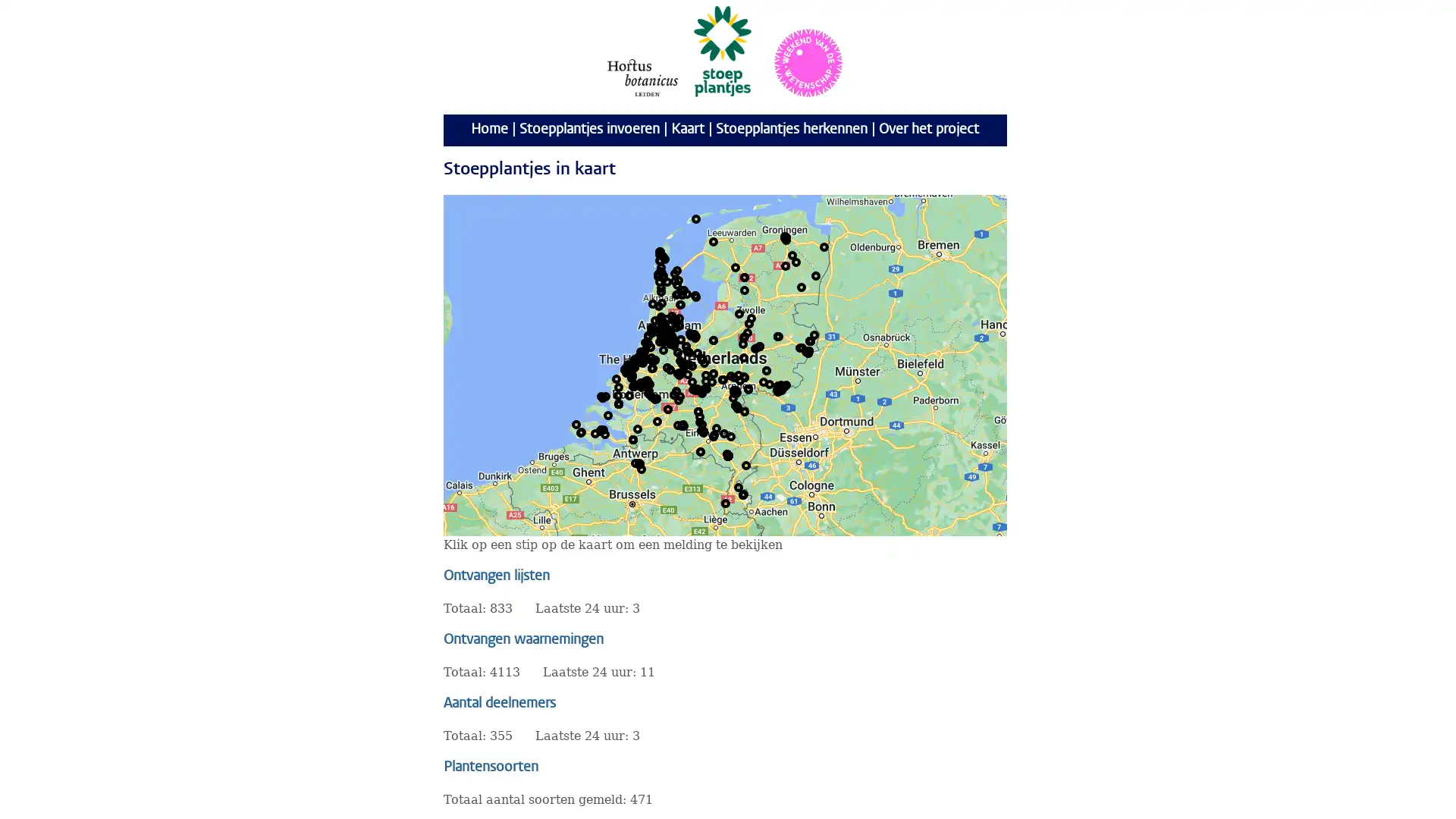  What do you see at coordinates (805, 350) in the screenshot?
I see `Telling van Leontien op 03 juni 2022` at bounding box center [805, 350].